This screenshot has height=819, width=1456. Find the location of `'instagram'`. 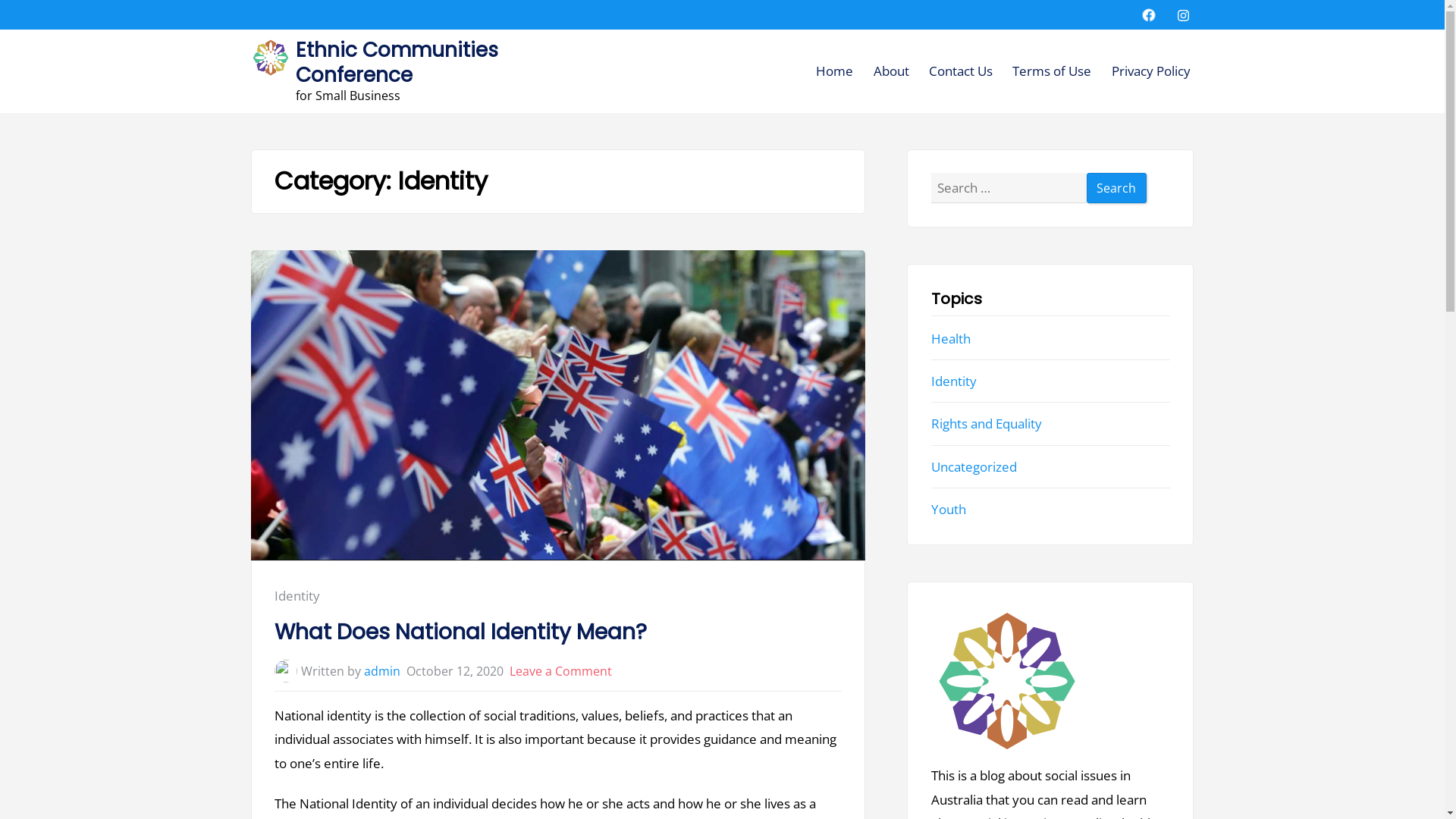

'instagram' is located at coordinates (1175, 14).